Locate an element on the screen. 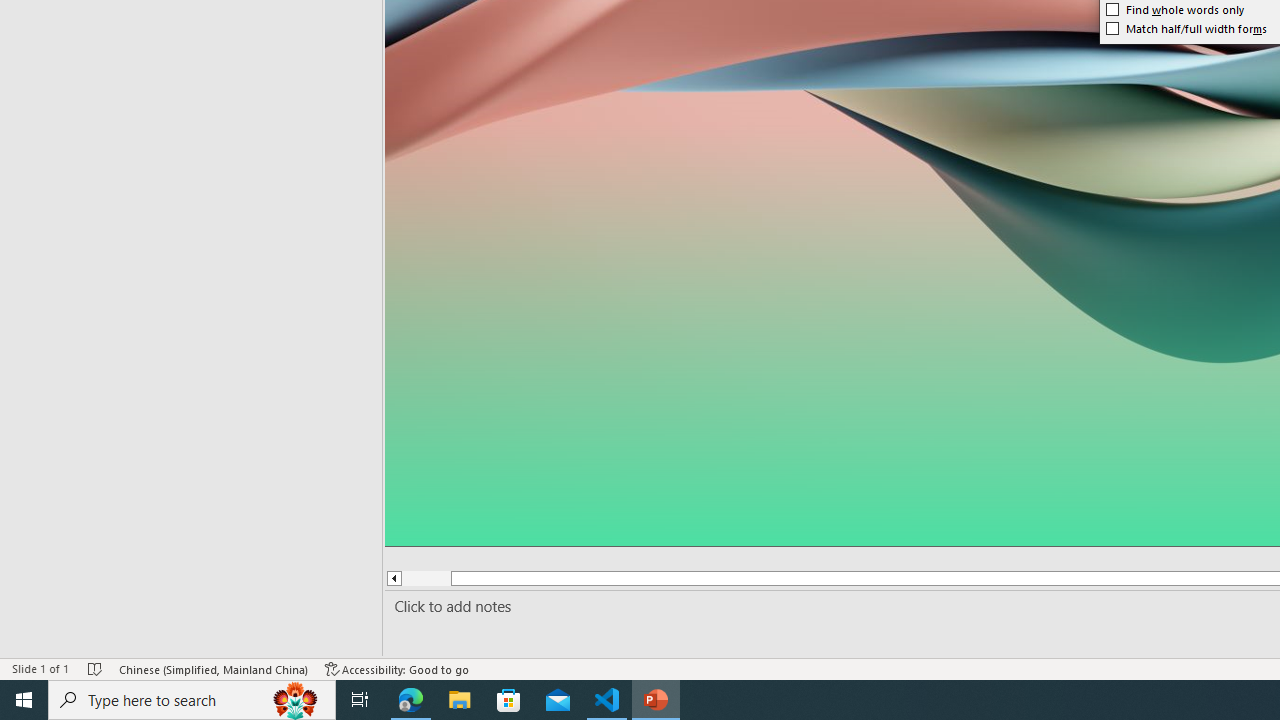 Image resolution: width=1280 pixels, height=720 pixels. 'Microsoft Edge - 1 running window' is located at coordinates (410, 698).